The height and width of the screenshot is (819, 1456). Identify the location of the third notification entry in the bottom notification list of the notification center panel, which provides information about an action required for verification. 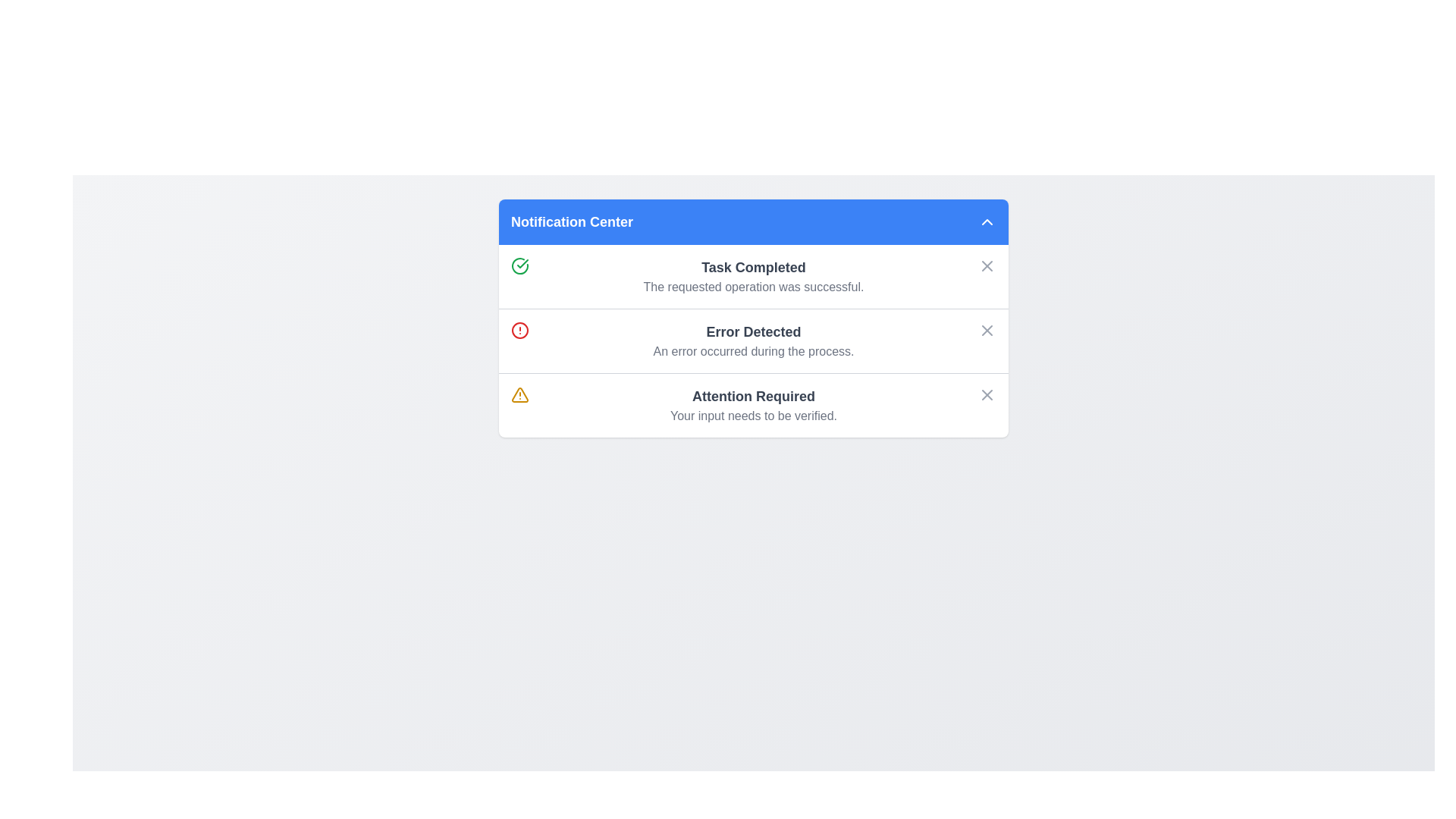
(753, 405).